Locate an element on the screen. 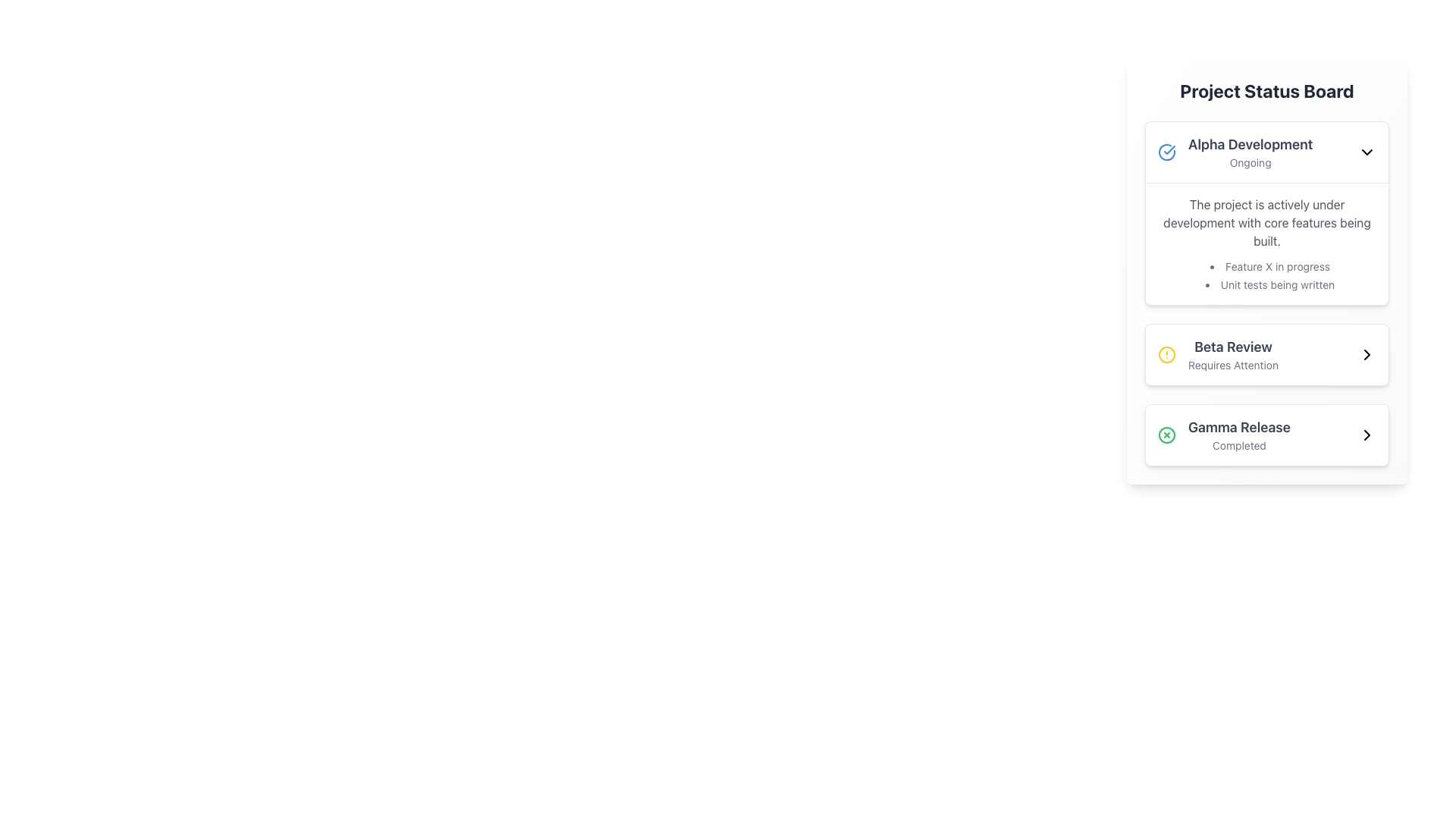 This screenshot has width=1456, height=819. the 'Beta Review' text label in the second status card of the 'Project Status Board' section is located at coordinates (1233, 347).